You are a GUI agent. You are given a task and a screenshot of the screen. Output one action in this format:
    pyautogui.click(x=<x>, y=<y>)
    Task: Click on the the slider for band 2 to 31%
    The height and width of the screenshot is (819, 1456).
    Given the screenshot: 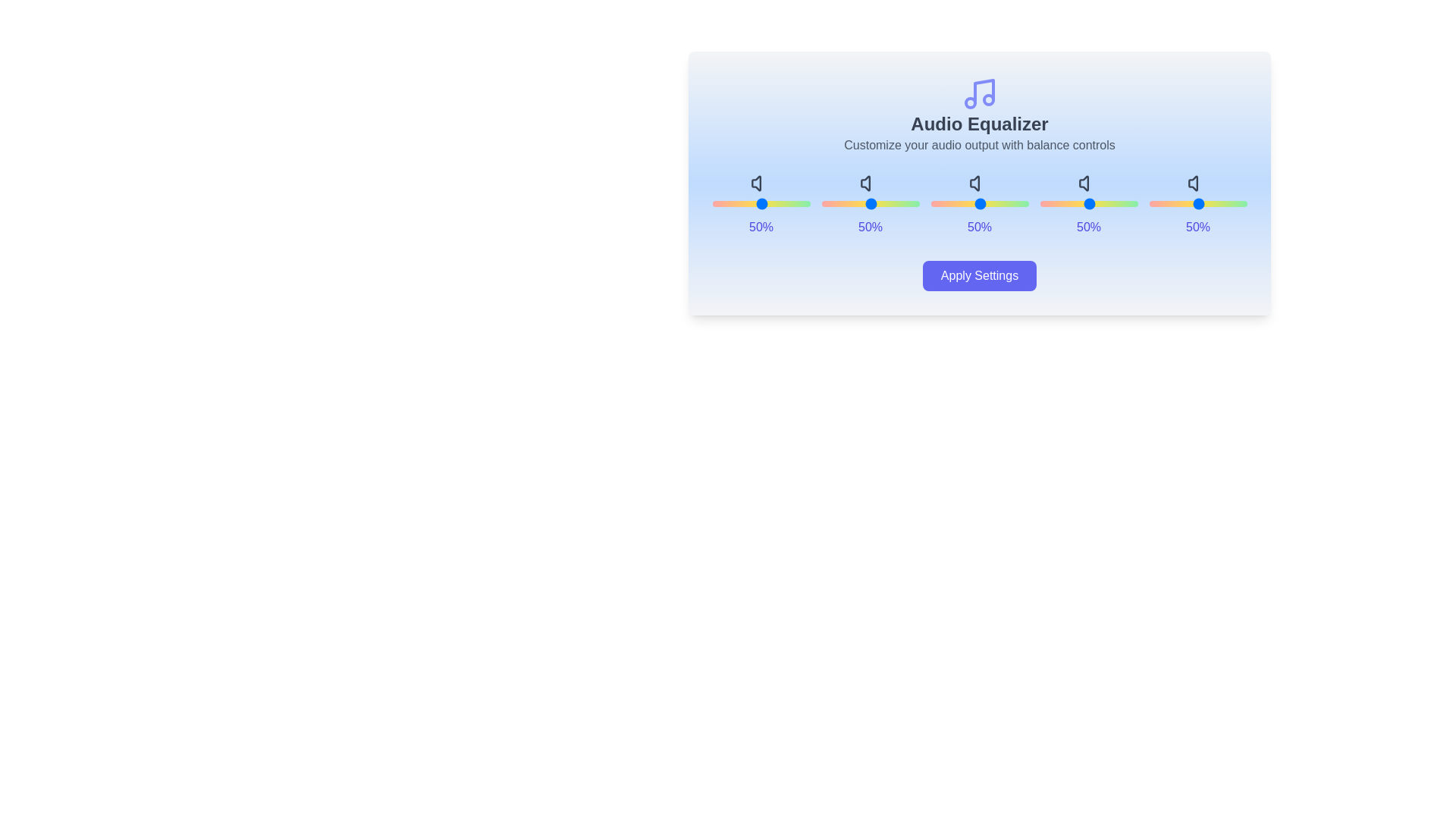 What is the action you would take?
    pyautogui.click(x=1003, y=203)
    